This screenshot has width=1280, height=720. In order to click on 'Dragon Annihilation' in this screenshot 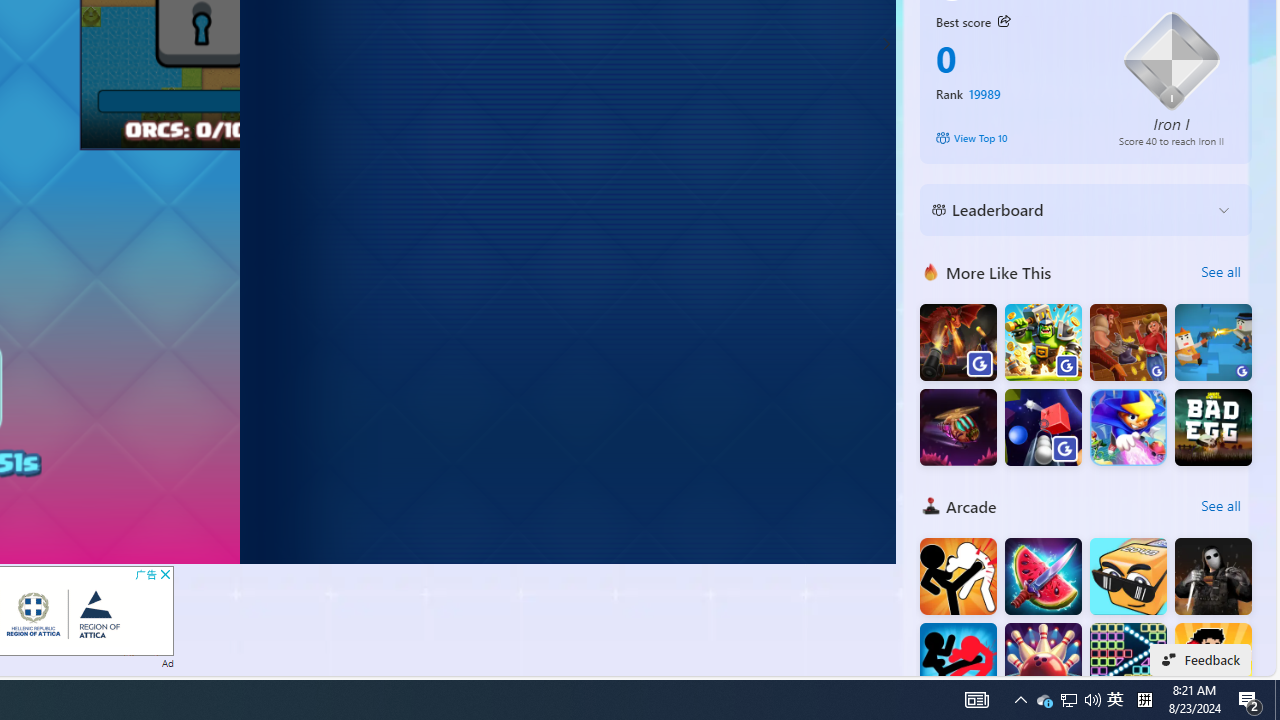, I will do `click(957, 341)`.